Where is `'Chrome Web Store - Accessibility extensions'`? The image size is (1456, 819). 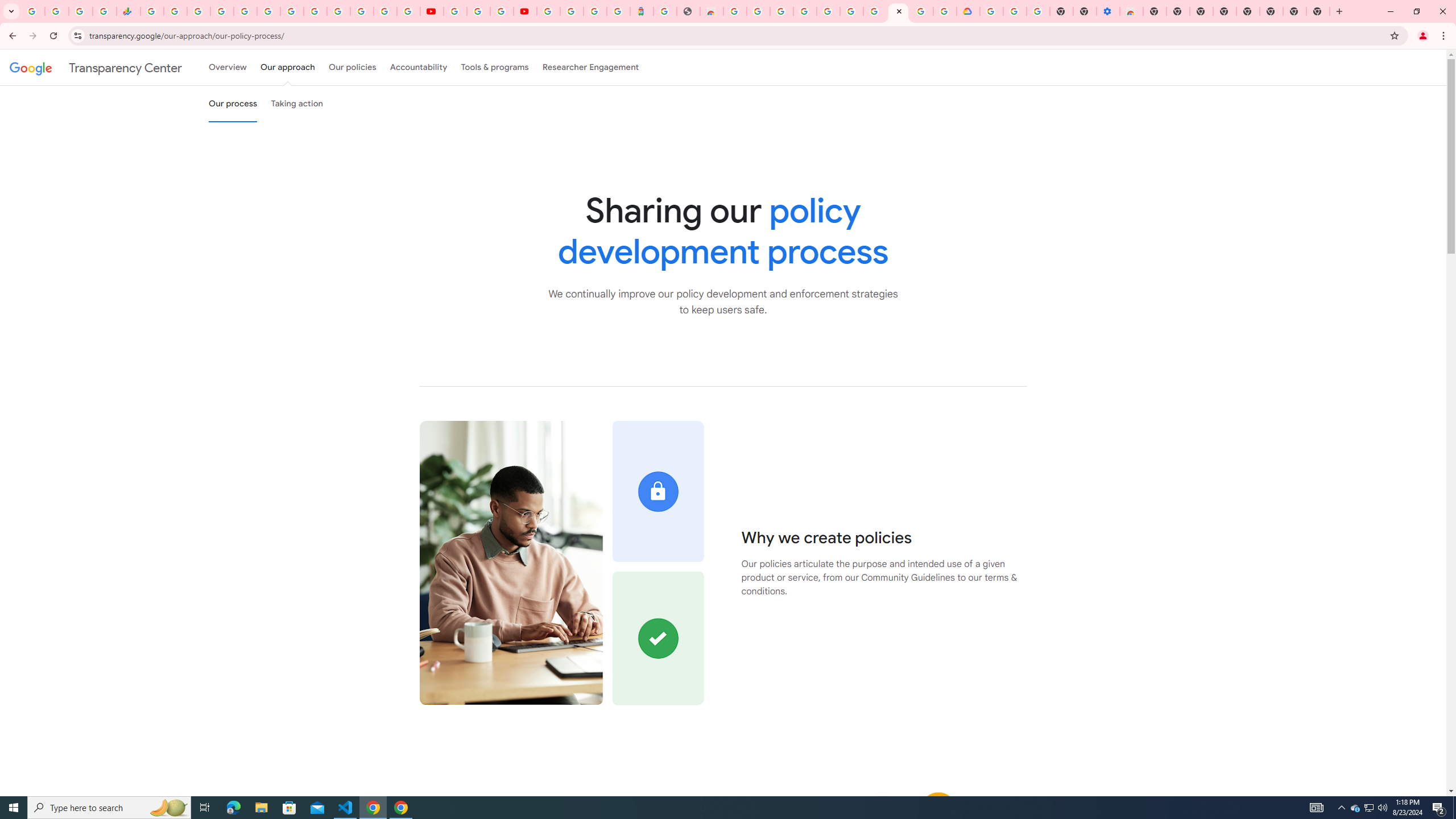 'Chrome Web Store - Accessibility extensions' is located at coordinates (1131, 11).